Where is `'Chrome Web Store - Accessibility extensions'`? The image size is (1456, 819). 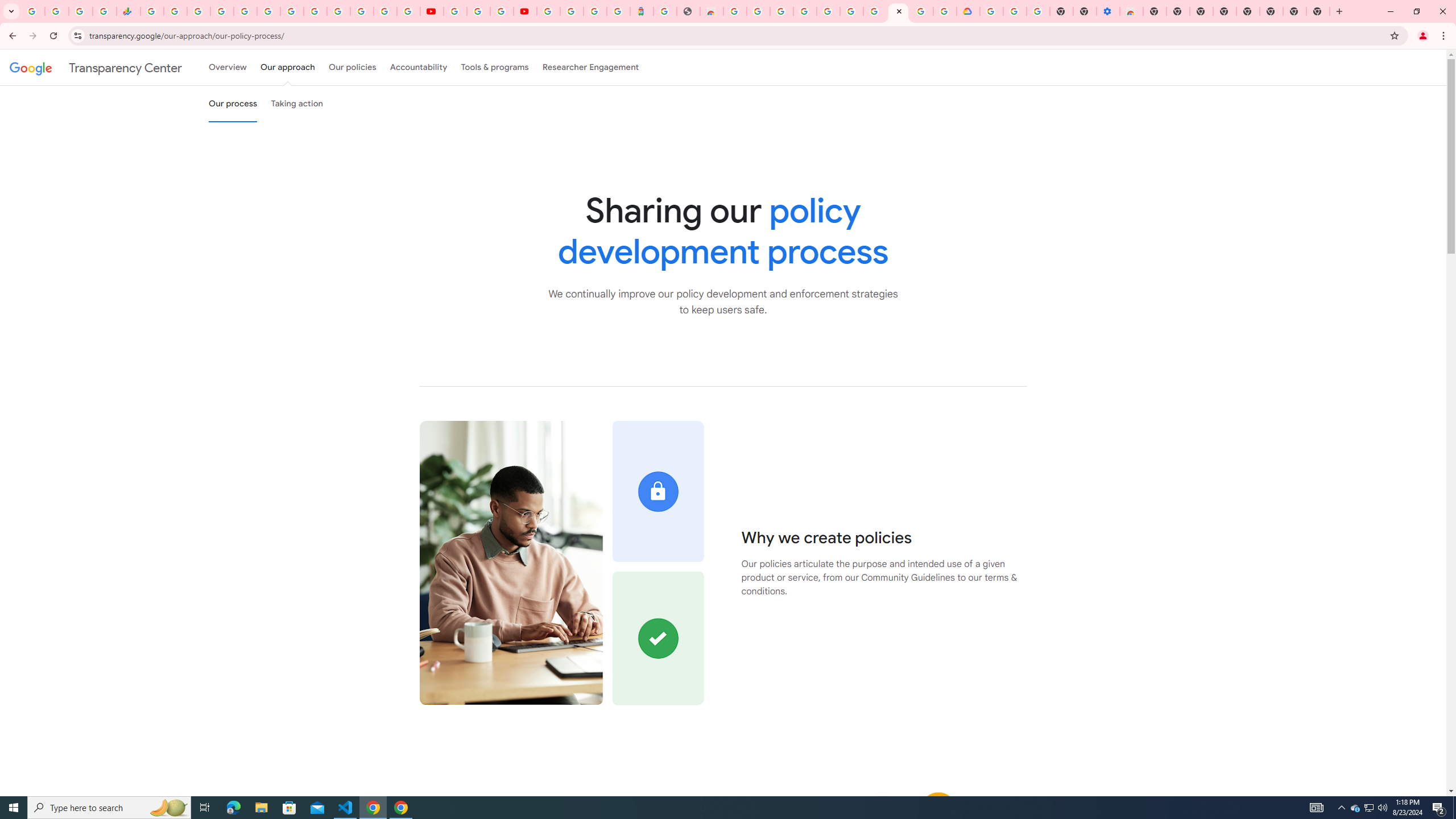 'Chrome Web Store - Accessibility extensions' is located at coordinates (1131, 11).